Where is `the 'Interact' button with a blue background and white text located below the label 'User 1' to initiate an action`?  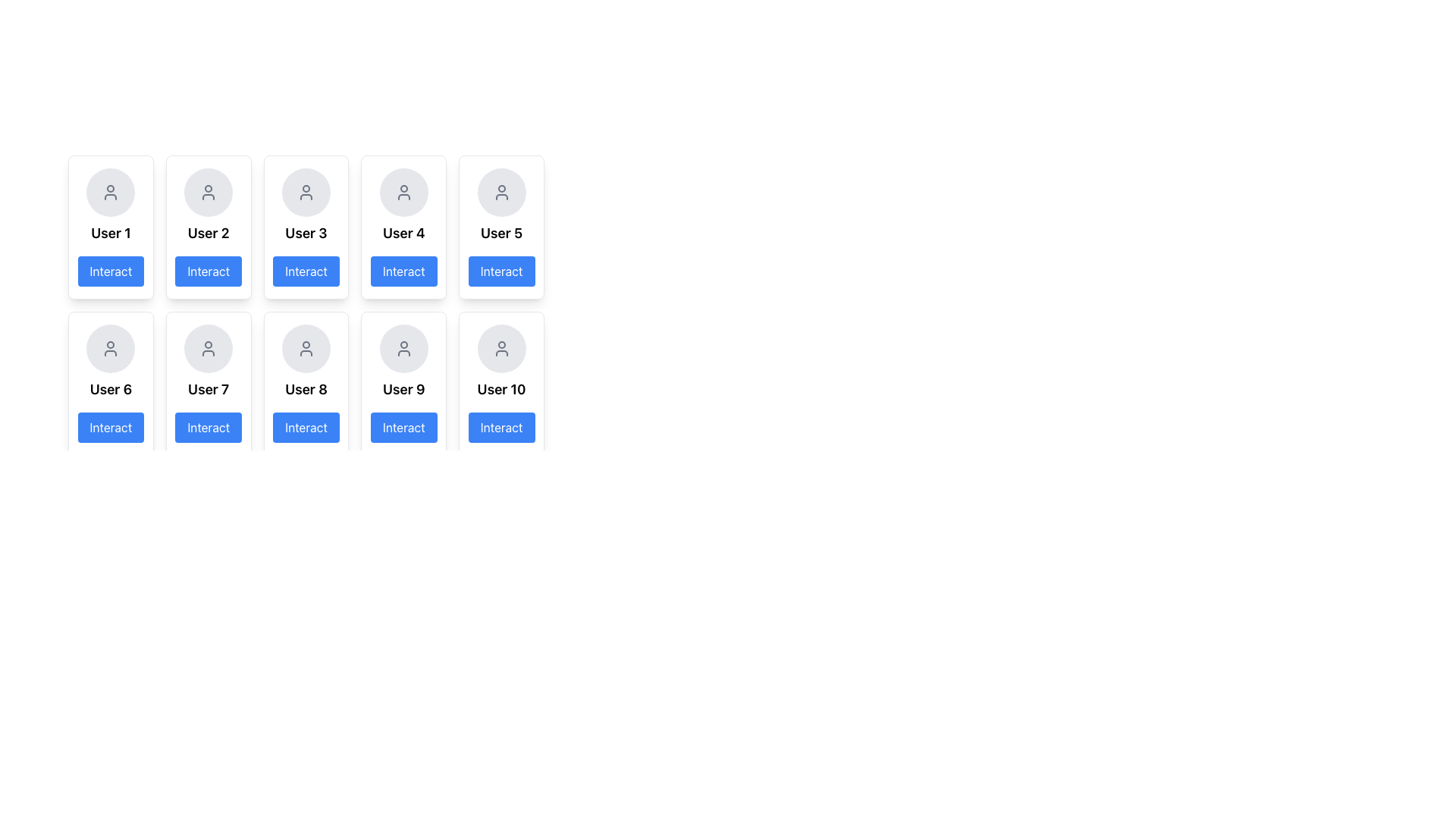
the 'Interact' button with a blue background and white text located below the label 'User 1' to initiate an action is located at coordinates (110, 271).